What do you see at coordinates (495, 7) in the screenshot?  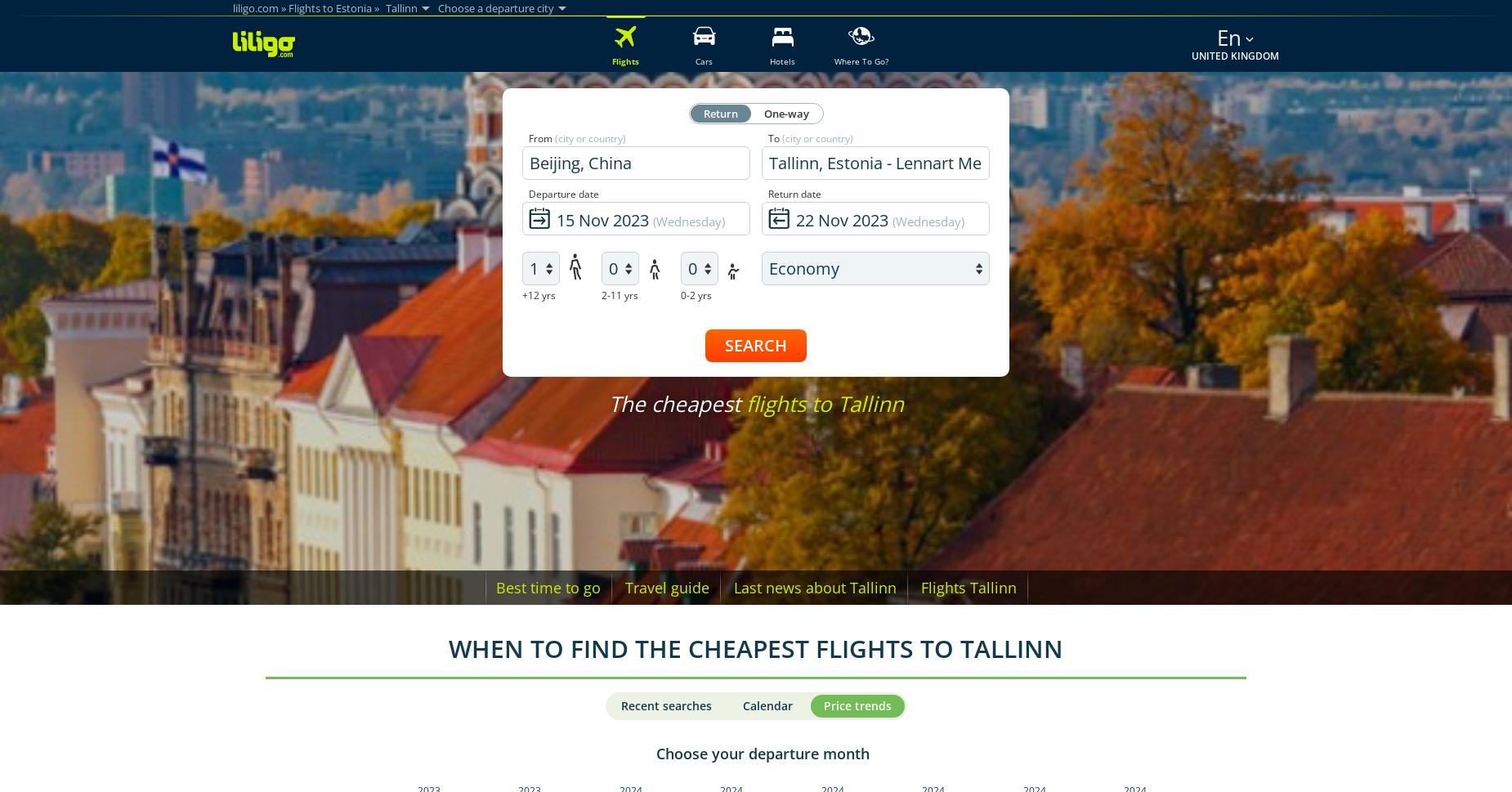 I see `'Choose a departure city'` at bounding box center [495, 7].